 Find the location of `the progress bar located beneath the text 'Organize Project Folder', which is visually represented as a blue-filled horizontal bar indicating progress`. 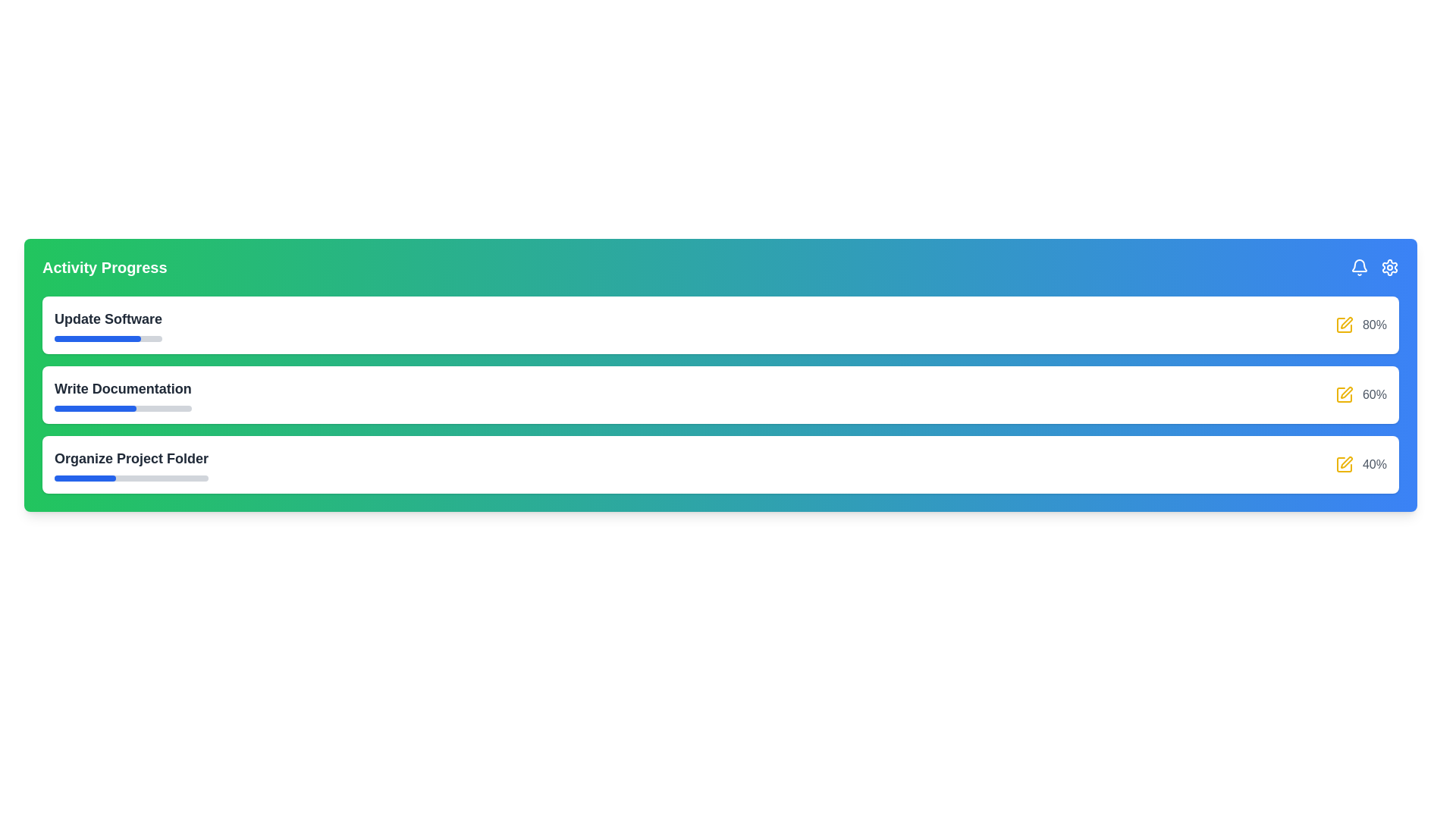

the progress bar located beneath the text 'Organize Project Folder', which is visually represented as a blue-filled horizontal bar indicating progress is located at coordinates (131, 479).